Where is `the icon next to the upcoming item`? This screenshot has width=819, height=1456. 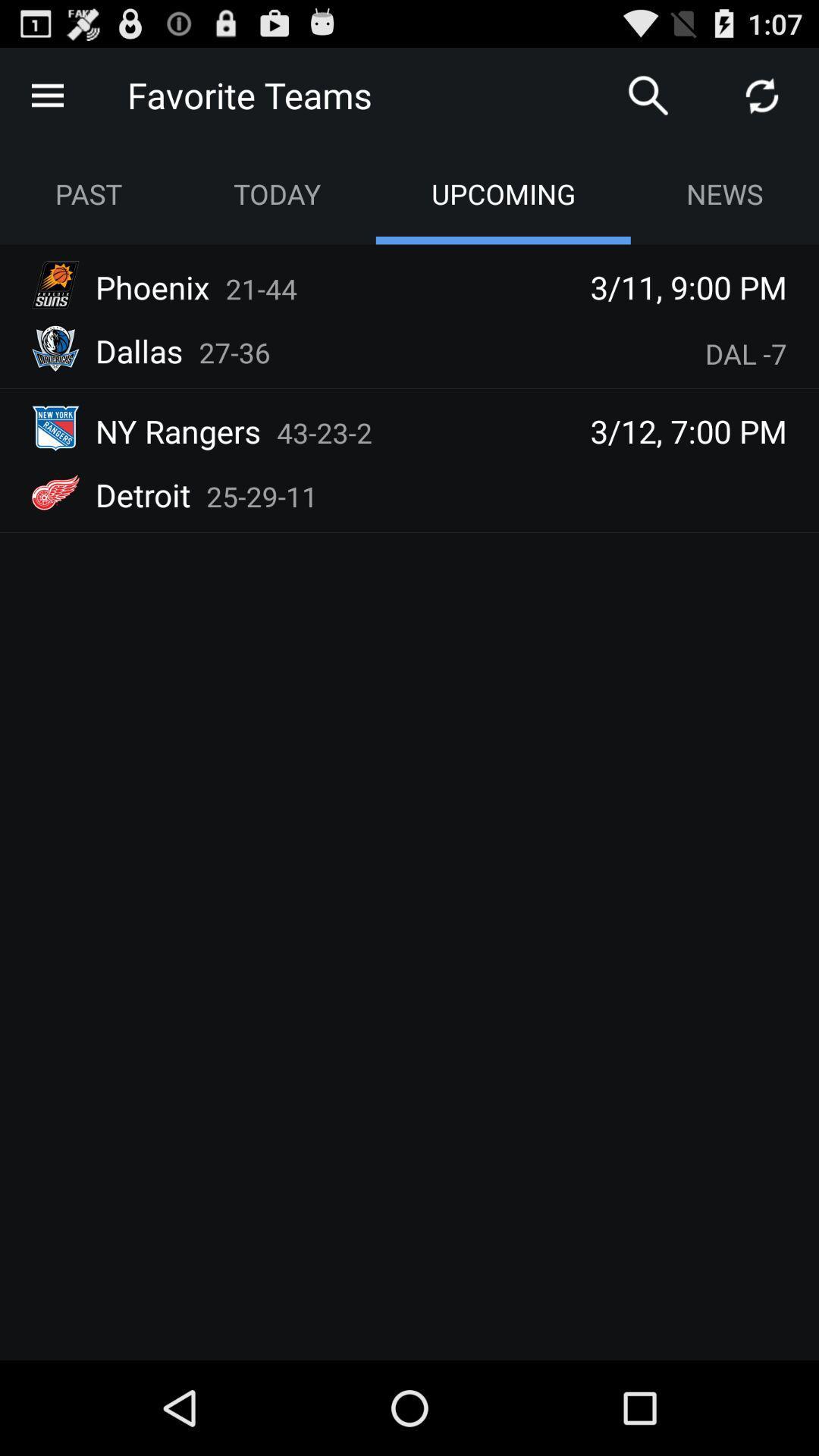
the icon next to the upcoming item is located at coordinates (723, 193).